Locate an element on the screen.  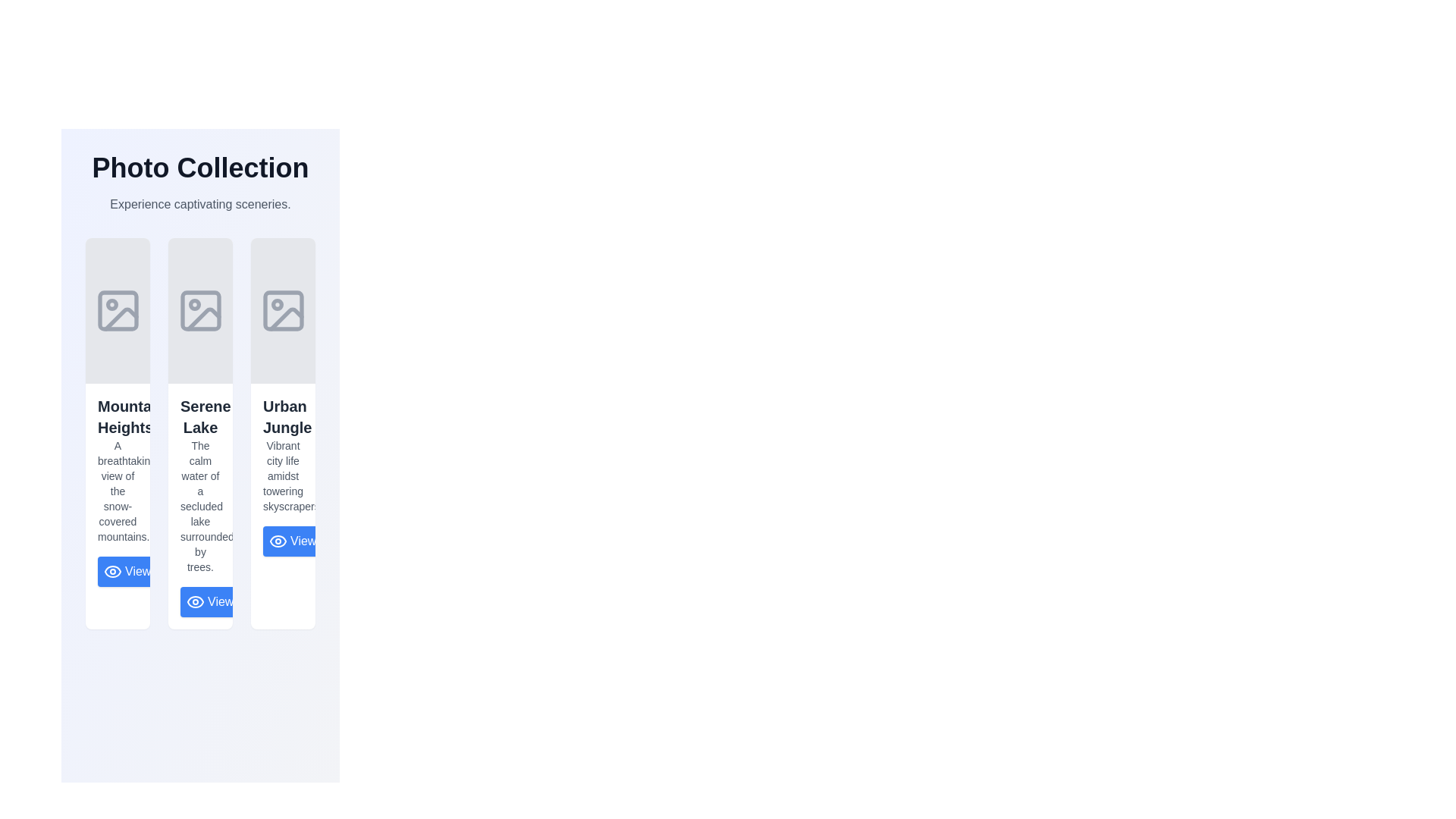
the eye-shaped SVG icon with a blue background located within the 'View' button of the first card titled 'Mountain Heights' is located at coordinates (111, 571).